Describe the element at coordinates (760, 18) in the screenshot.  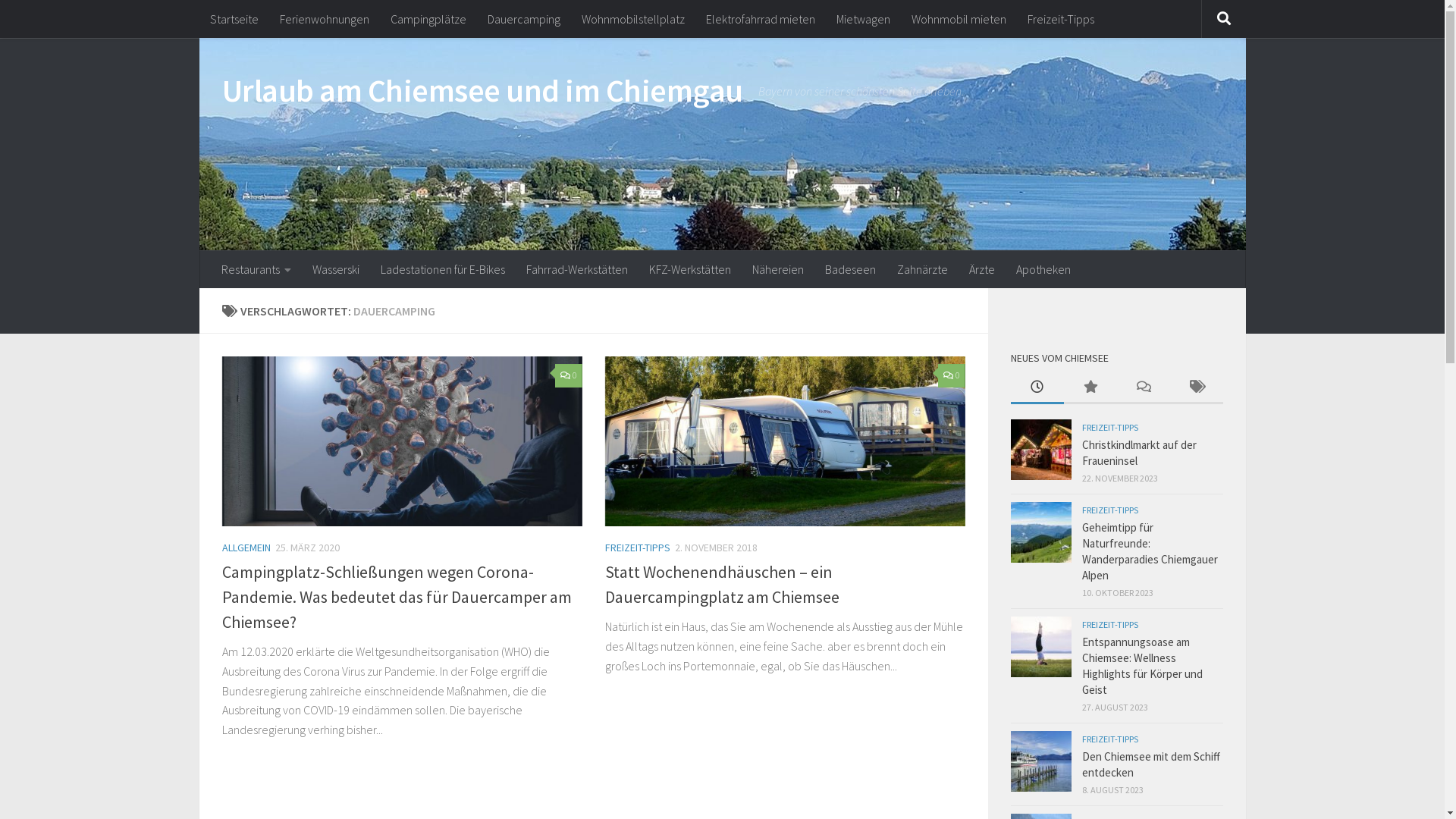
I see `'Elektrofahrrad mieten'` at that location.